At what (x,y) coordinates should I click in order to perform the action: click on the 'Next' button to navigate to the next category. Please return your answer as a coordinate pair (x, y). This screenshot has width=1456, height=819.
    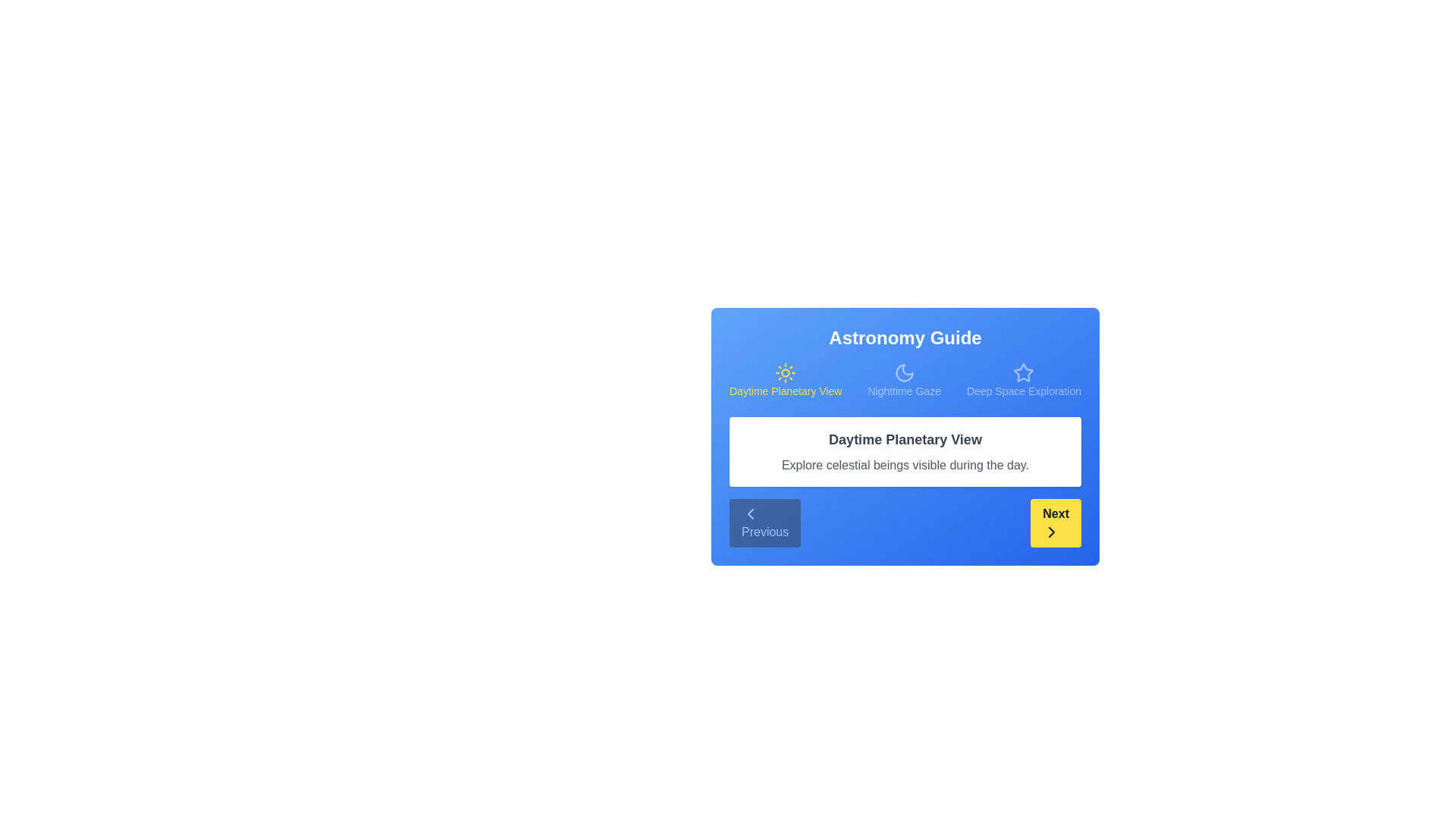
    Looking at the image, I should click on (1055, 522).